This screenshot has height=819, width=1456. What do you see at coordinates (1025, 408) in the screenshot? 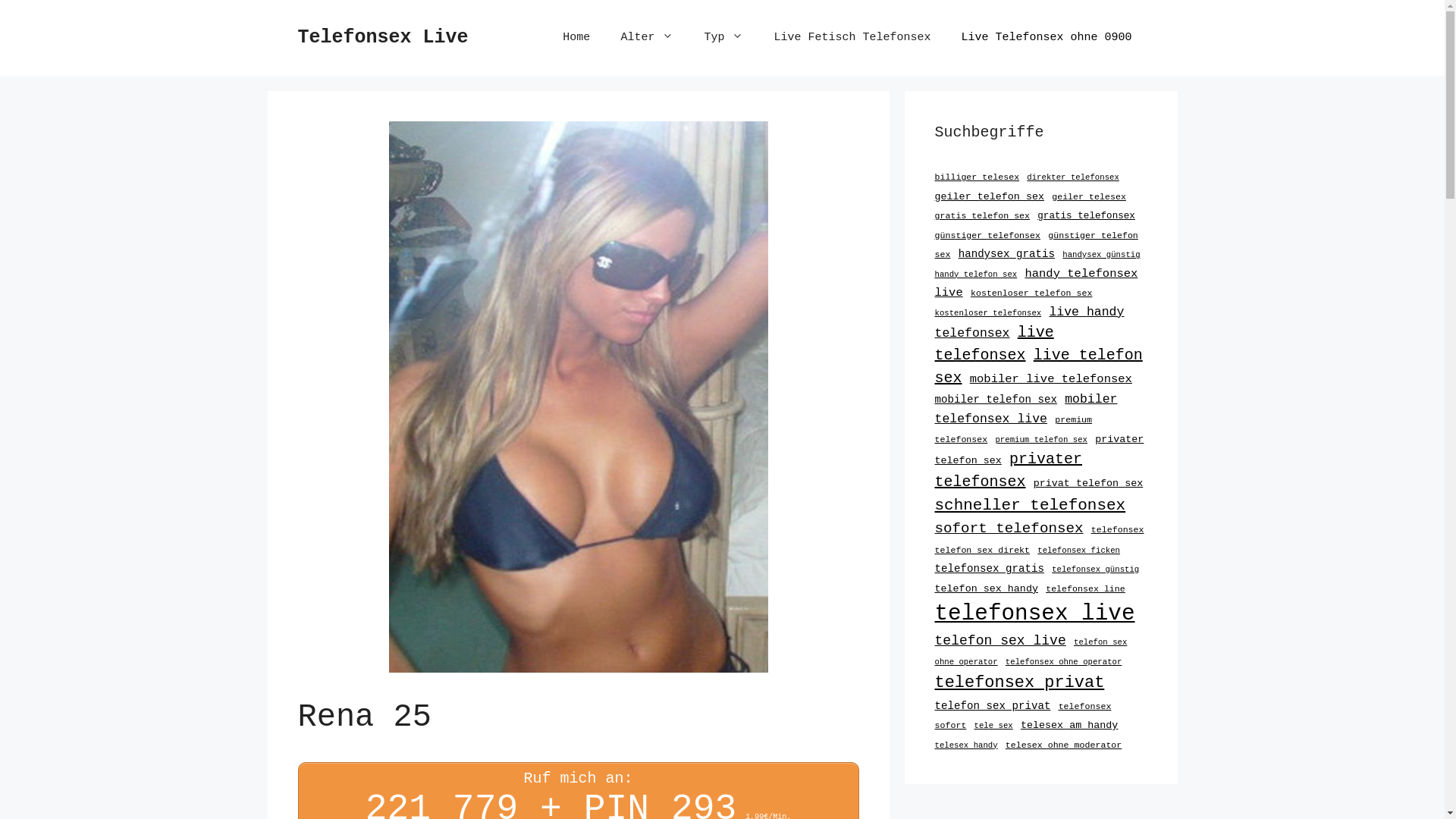
I see `'mobiler telefonsex live'` at bounding box center [1025, 408].